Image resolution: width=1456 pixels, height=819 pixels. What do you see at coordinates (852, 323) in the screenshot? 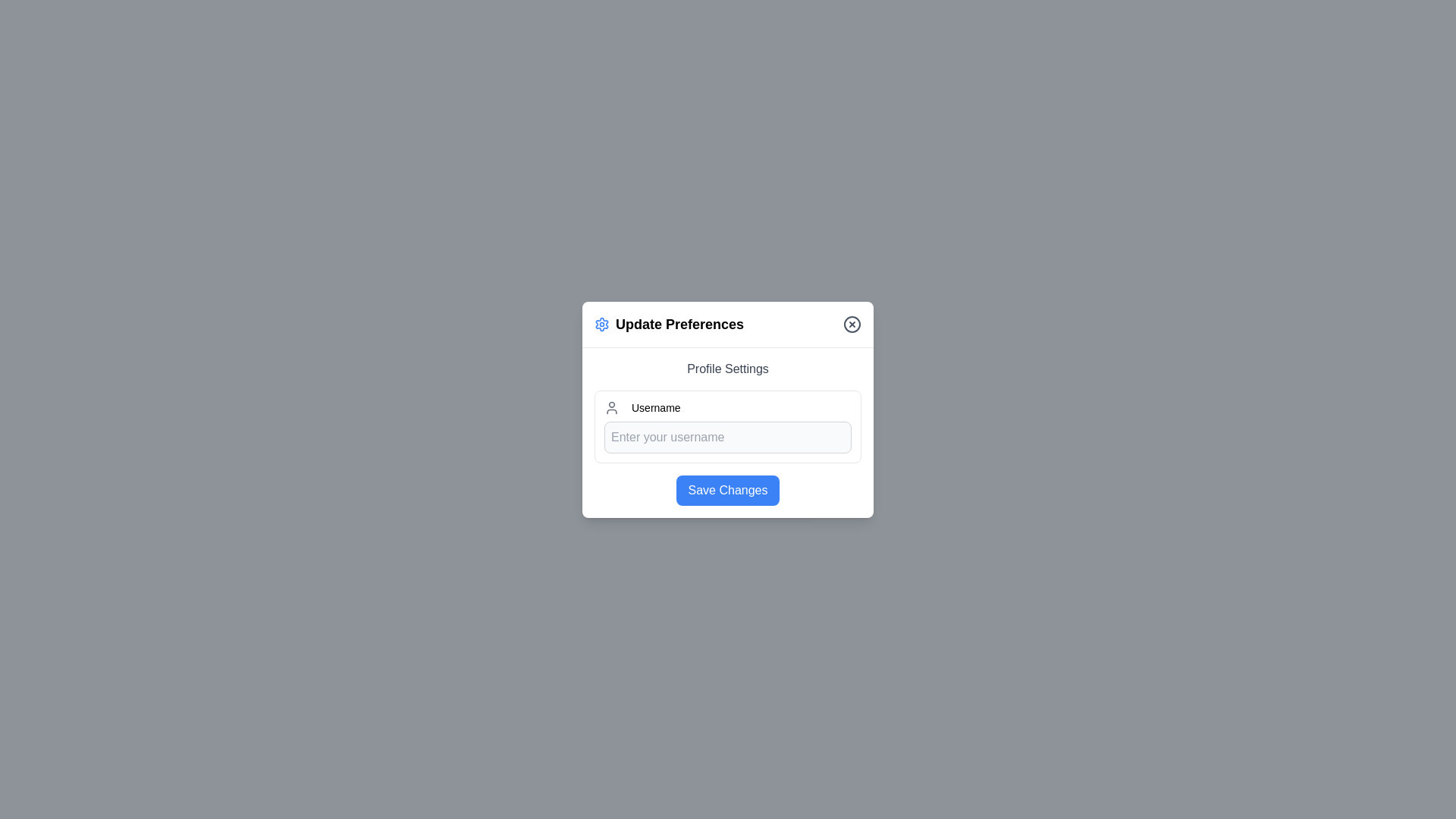
I see `the close button to hide the panel` at bounding box center [852, 323].